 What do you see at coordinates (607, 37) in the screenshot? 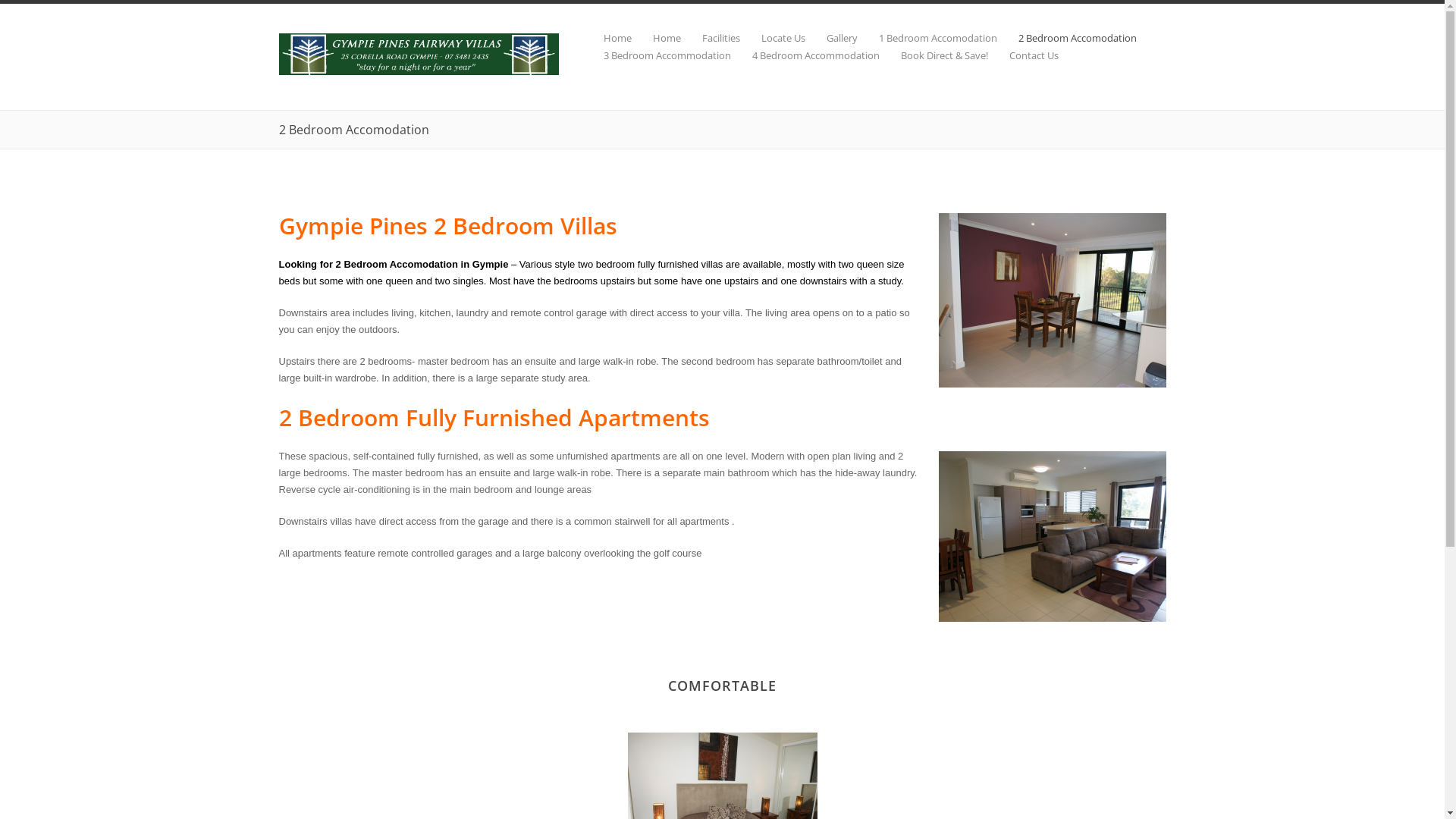
I see `'Home'` at bounding box center [607, 37].